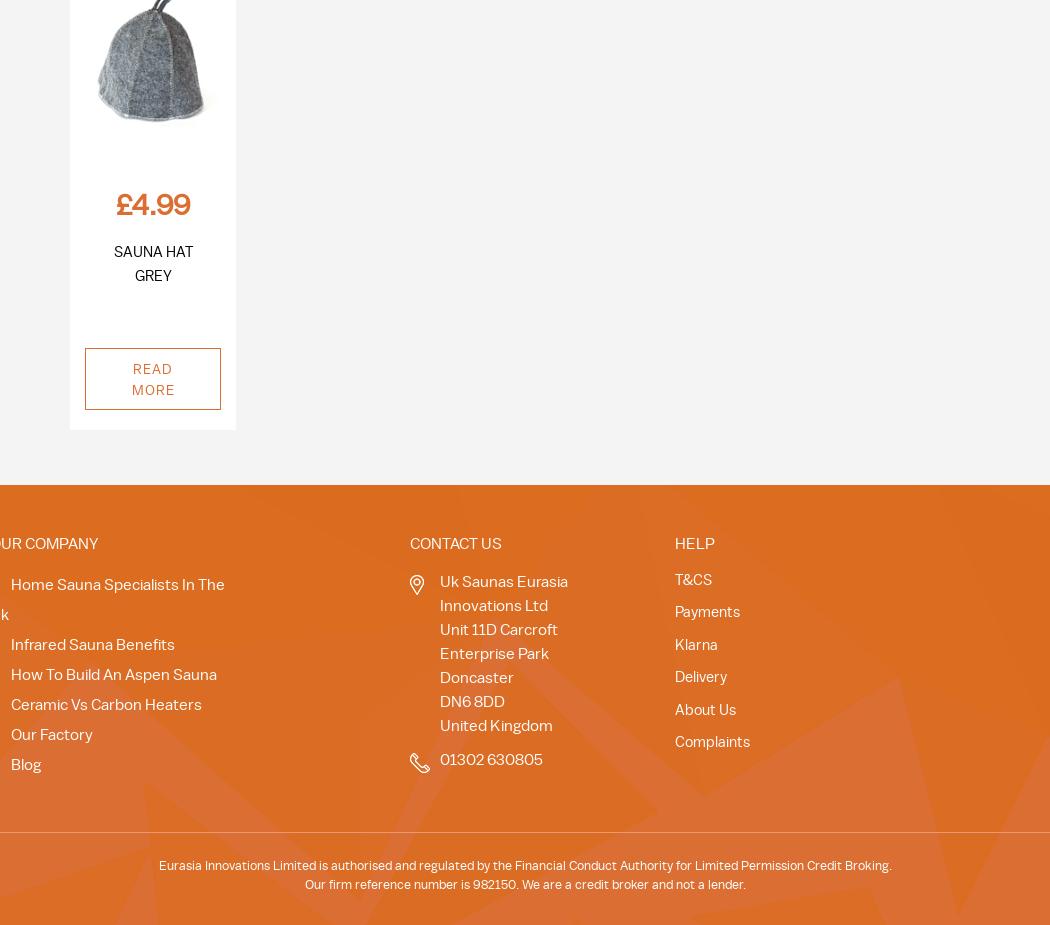  What do you see at coordinates (475, 677) in the screenshot?
I see `'Doncaster'` at bounding box center [475, 677].